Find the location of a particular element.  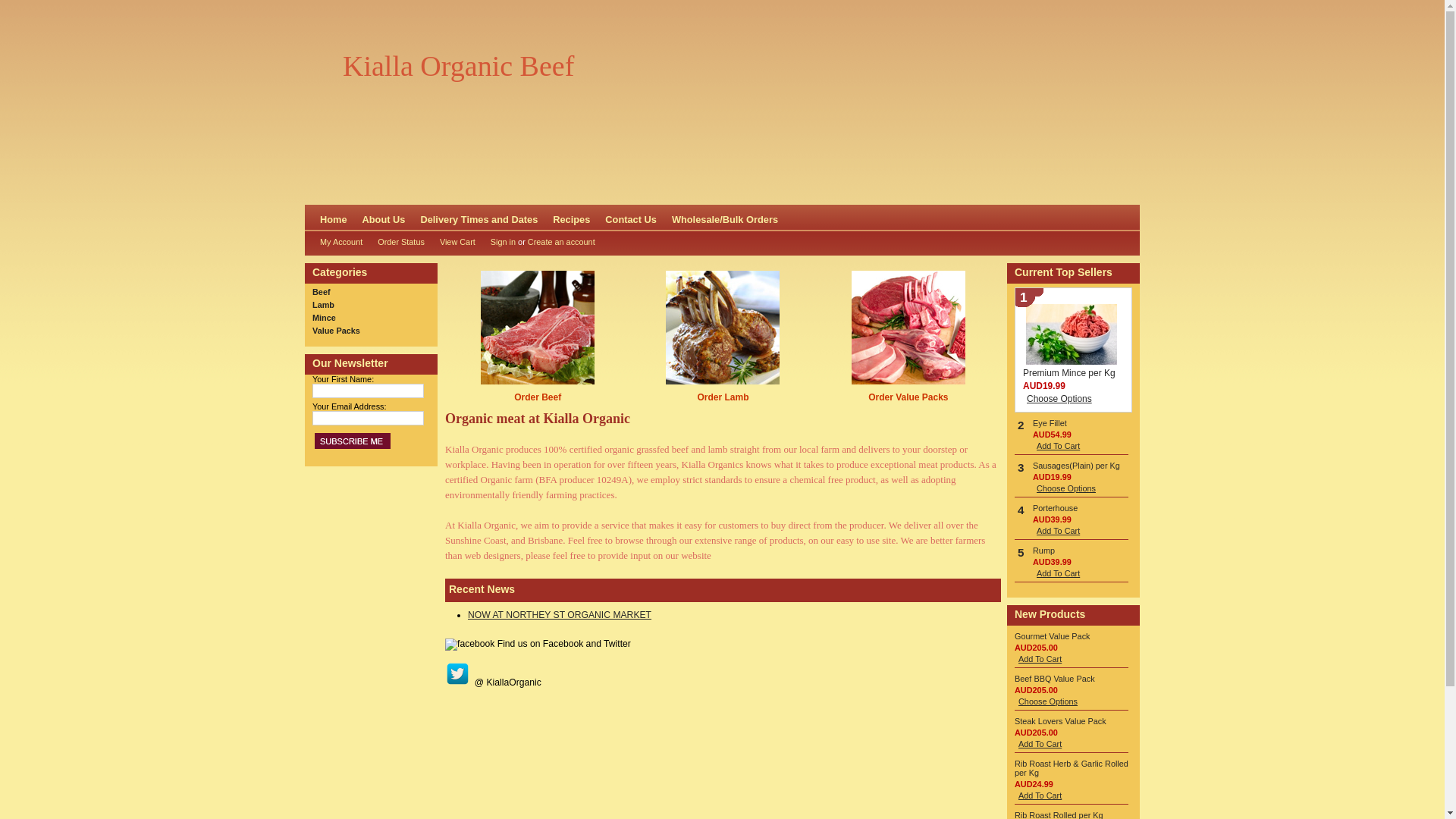

'Recipes' is located at coordinates (545, 218).